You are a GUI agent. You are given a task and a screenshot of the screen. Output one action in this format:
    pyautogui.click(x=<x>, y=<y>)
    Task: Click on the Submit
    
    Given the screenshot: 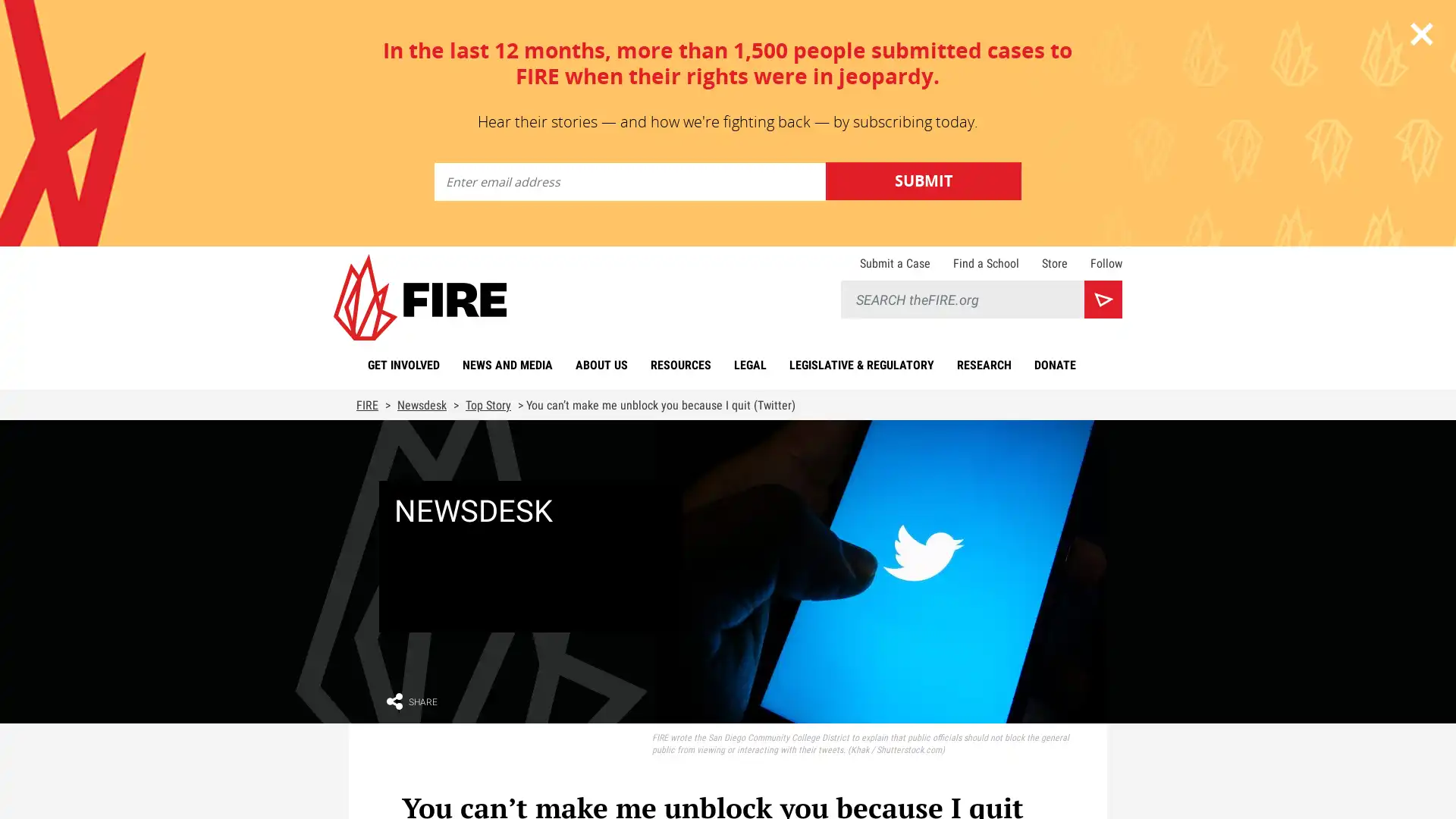 What is the action you would take?
    pyautogui.click(x=923, y=180)
    